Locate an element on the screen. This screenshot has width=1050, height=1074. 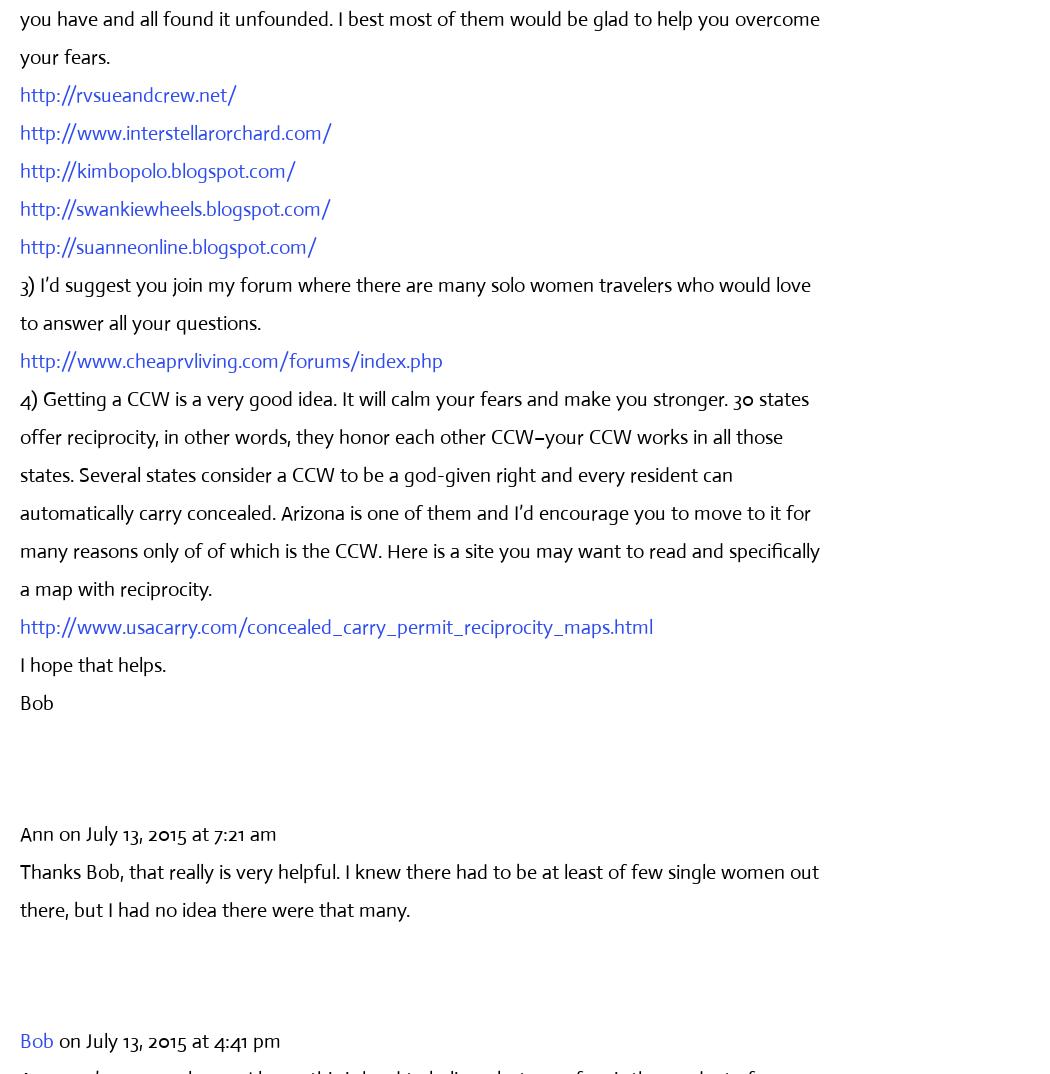
'http://suanneonline.blogspot.com/' is located at coordinates (19, 245).